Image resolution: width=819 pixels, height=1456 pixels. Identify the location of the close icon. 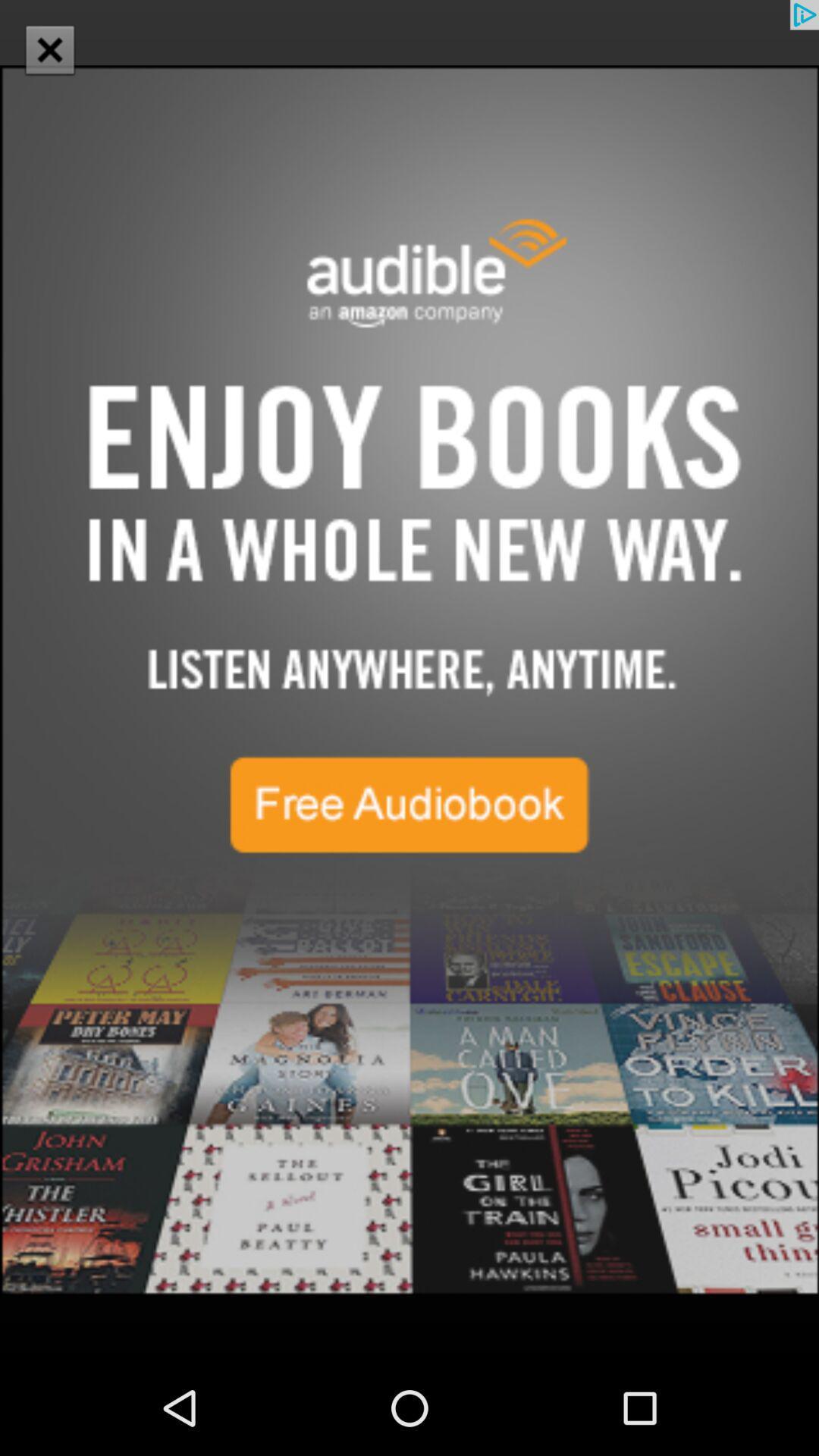
(69, 74).